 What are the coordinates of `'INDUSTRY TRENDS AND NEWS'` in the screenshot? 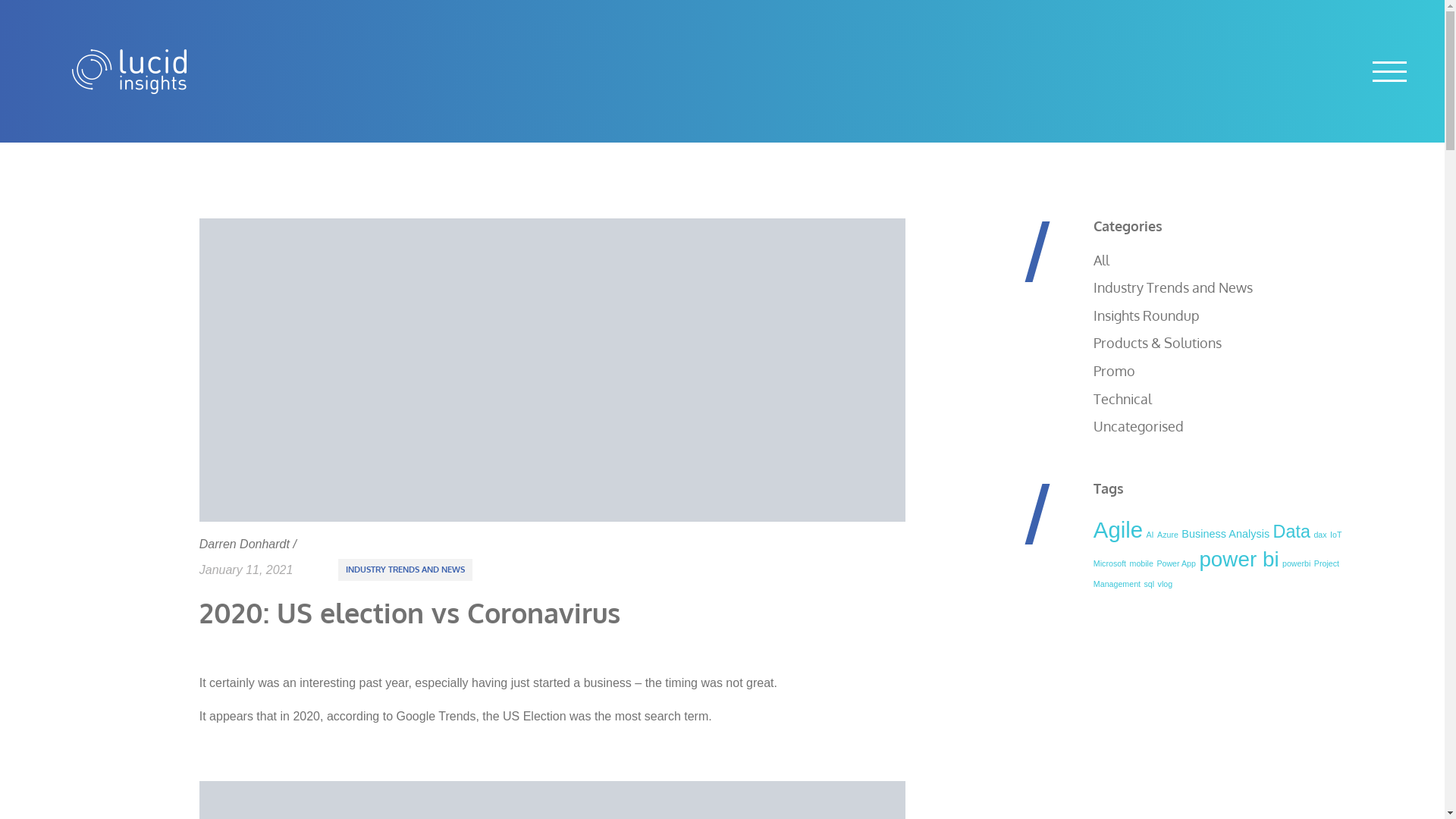 It's located at (405, 570).